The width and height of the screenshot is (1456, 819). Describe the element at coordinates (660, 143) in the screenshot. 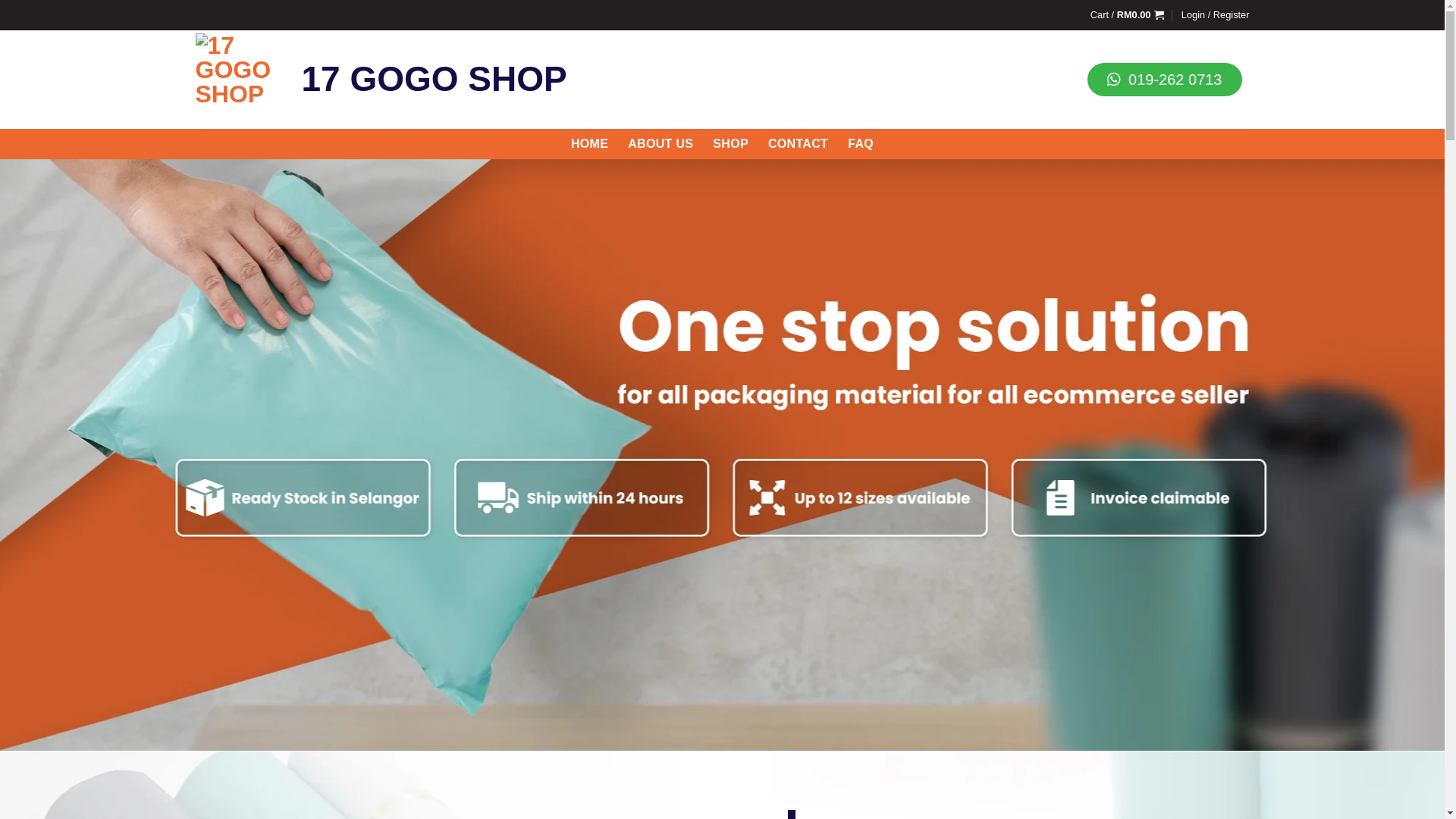

I see `'ABOUT US'` at that location.